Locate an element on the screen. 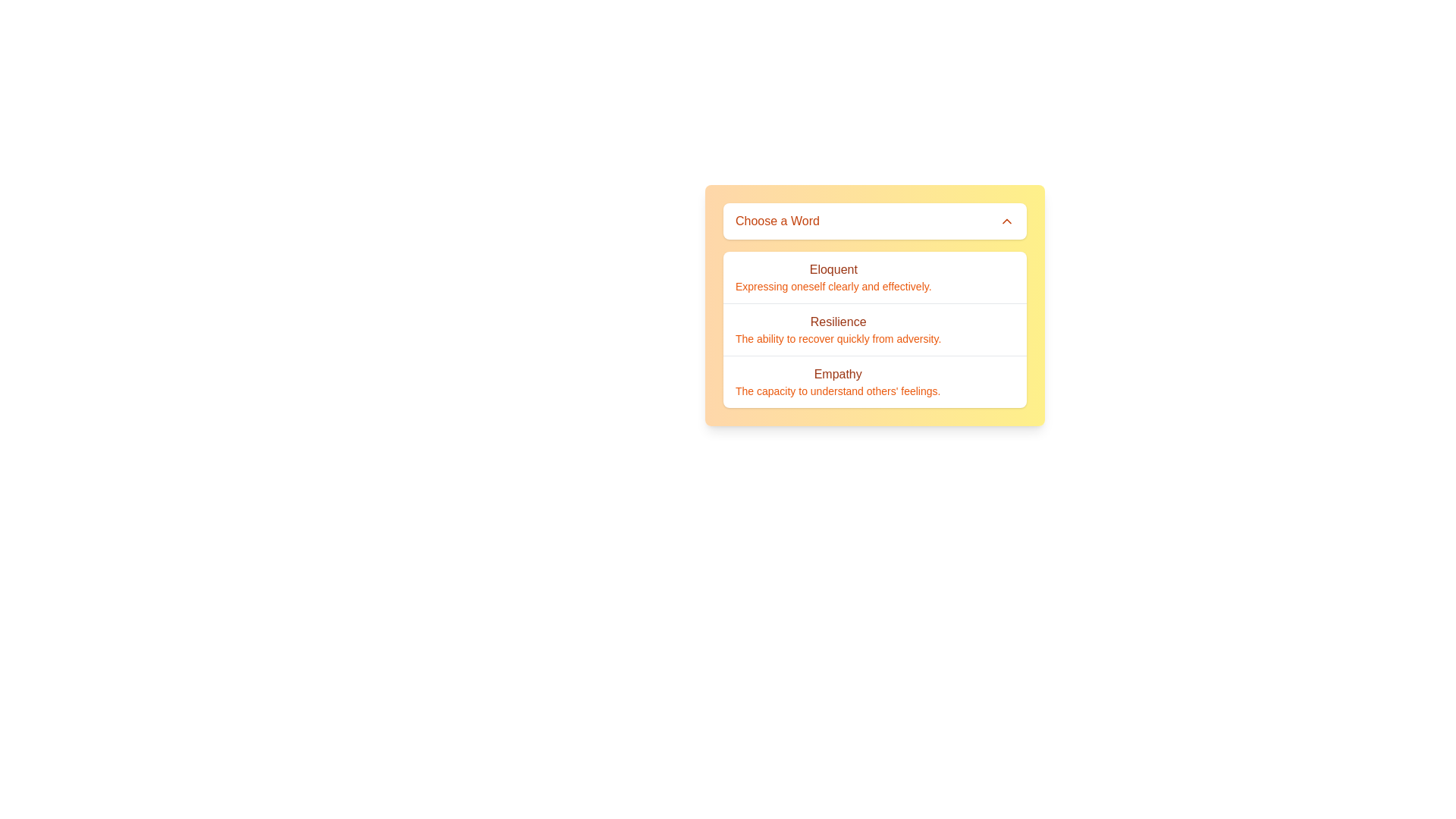  the text snippet styled in a smaller font size with a light orange hue, displaying the phrase 'The capacity to understand others' feelings,' located under the bold term 'Empathy' in the dropdown menu is located at coordinates (837, 391).